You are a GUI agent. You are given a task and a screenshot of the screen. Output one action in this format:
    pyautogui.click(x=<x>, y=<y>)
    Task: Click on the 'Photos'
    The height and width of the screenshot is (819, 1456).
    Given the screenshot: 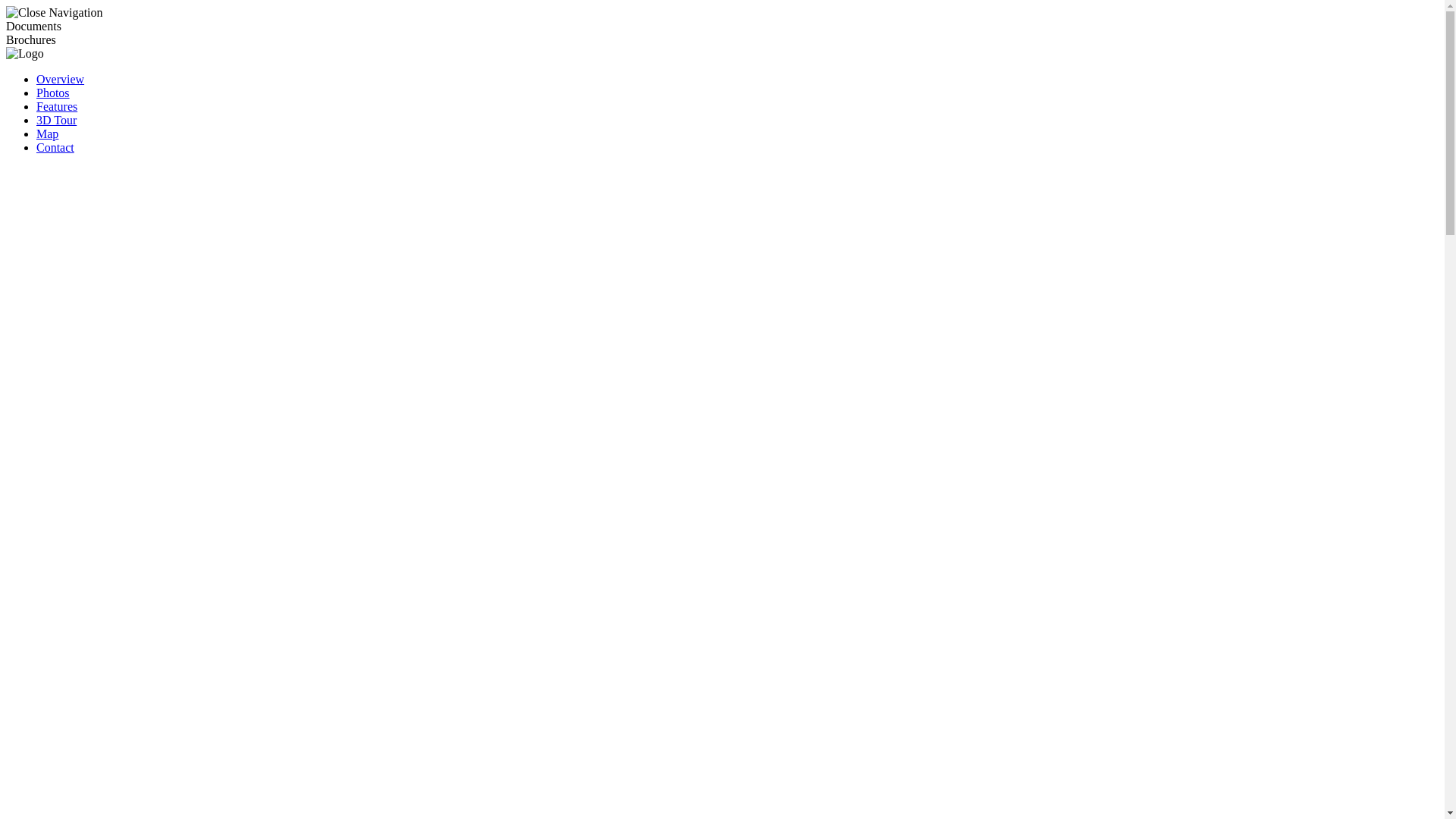 What is the action you would take?
    pyautogui.click(x=53, y=93)
    